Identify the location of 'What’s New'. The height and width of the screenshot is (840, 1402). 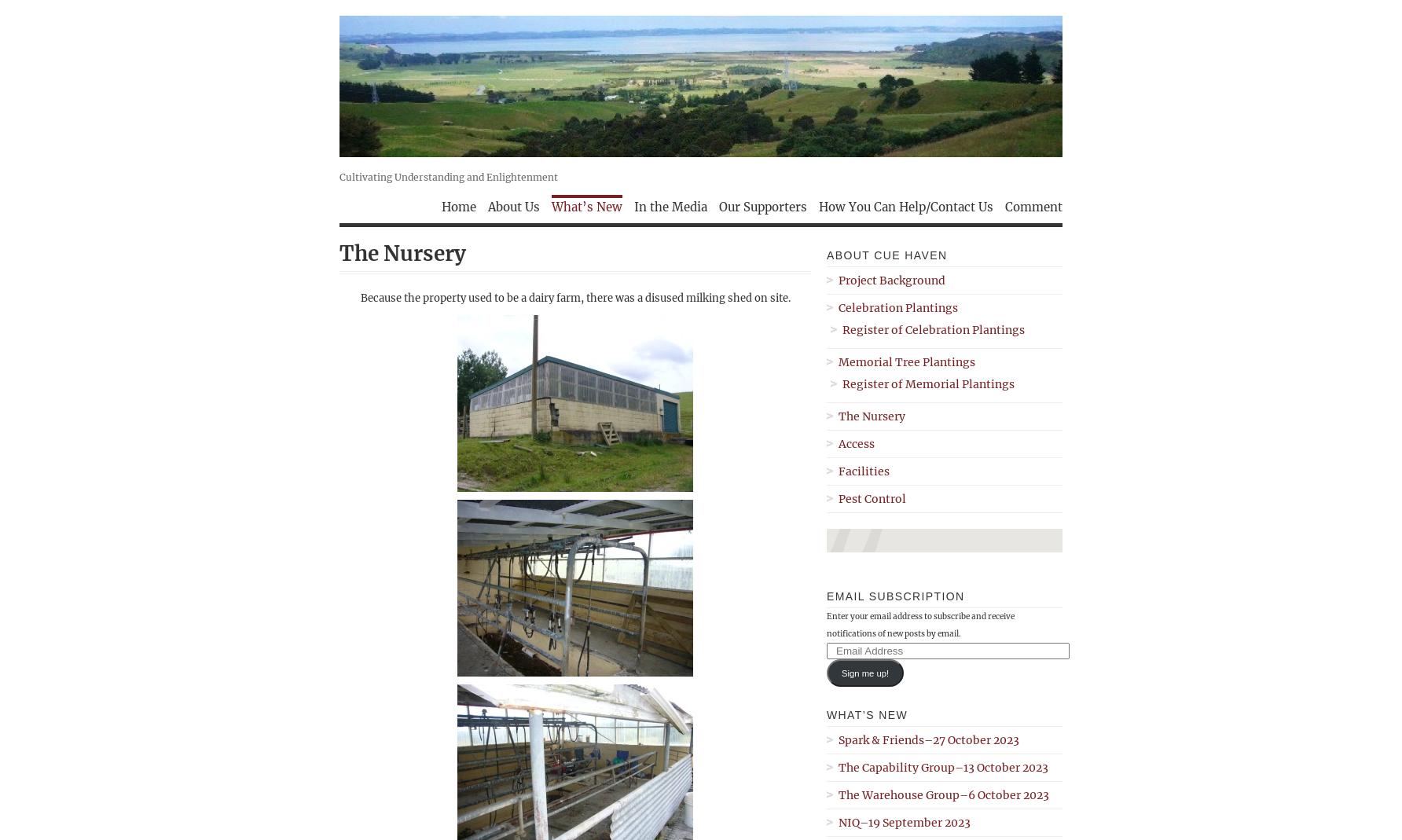
(866, 714).